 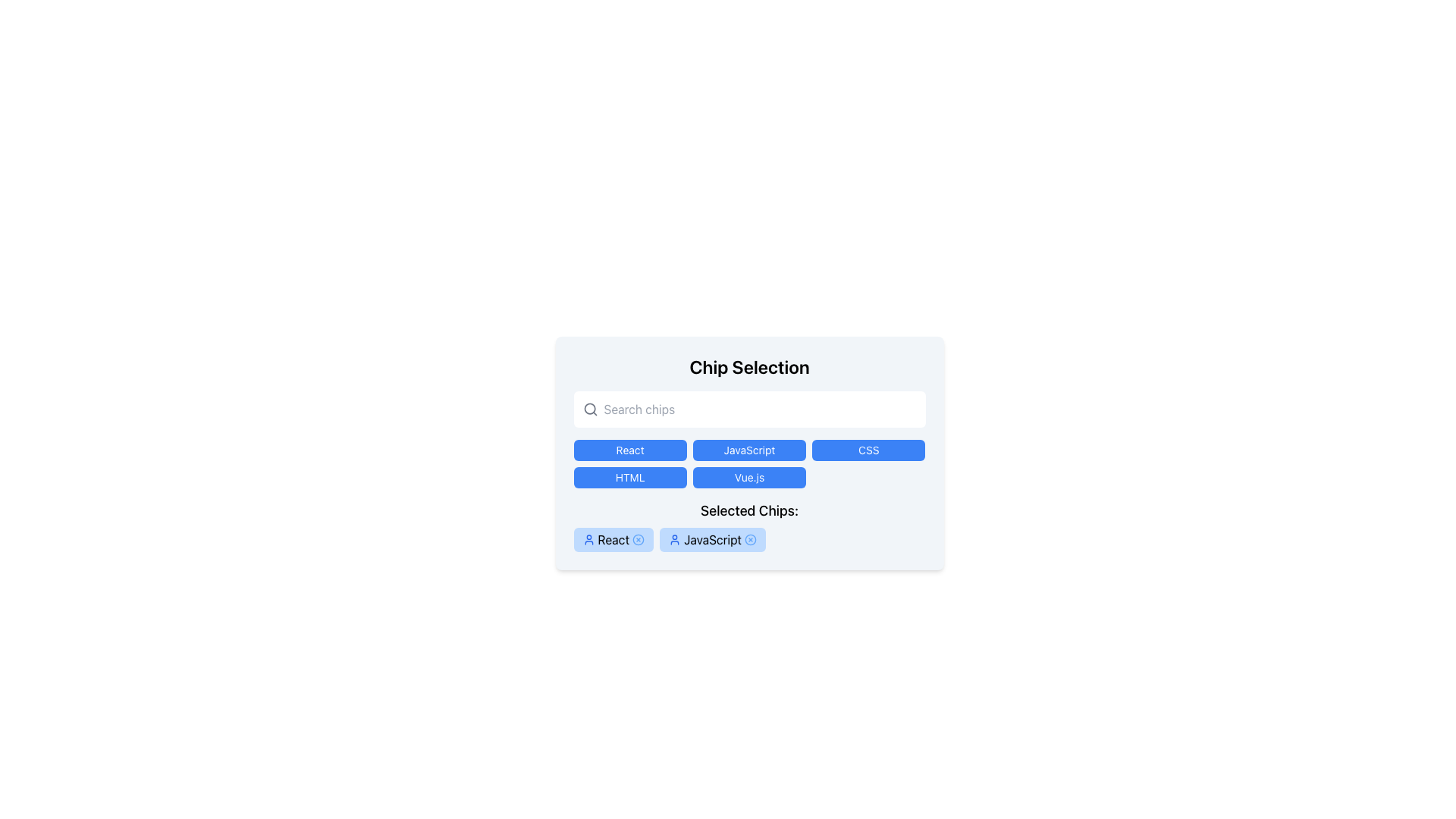 What do you see at coordinates (750, 539) in the screenshot?
I see `the SVG circle element that serves as the close or cancel symbol for the 'JavaScript' chip in the 'Selected Chips' section to initiate a remove or deselect action` at bounding box center [750, 539].